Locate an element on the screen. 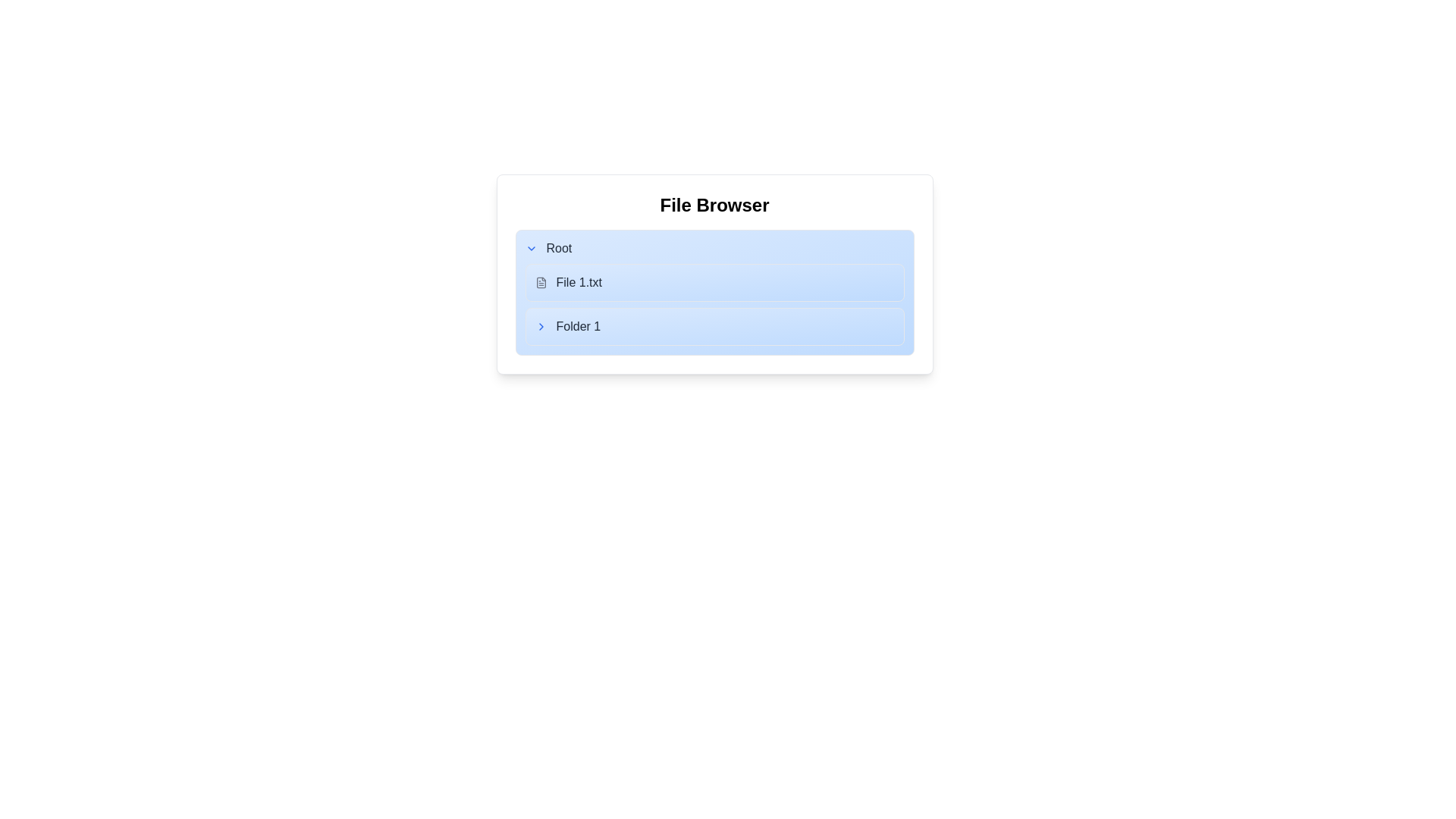 This screenshot has height=819, width=1456. the text label 'File 1.txt' in the file listing is located at coordinates (567, 283).